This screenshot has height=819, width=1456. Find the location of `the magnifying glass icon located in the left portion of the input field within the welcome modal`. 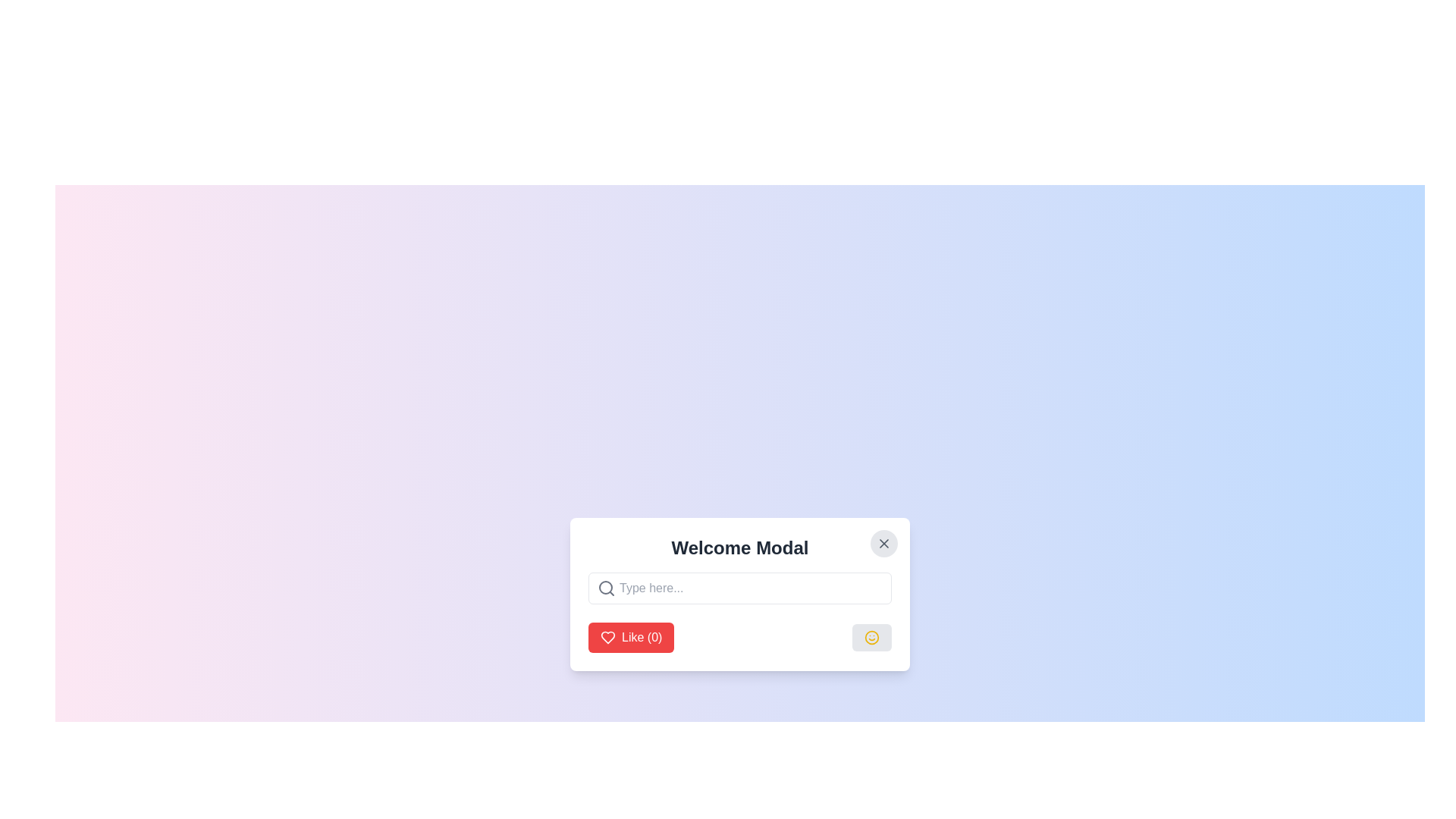

the magnifying glass icon located in the left portion of the input field within the welcome modal is located at coordinates (607, 587).